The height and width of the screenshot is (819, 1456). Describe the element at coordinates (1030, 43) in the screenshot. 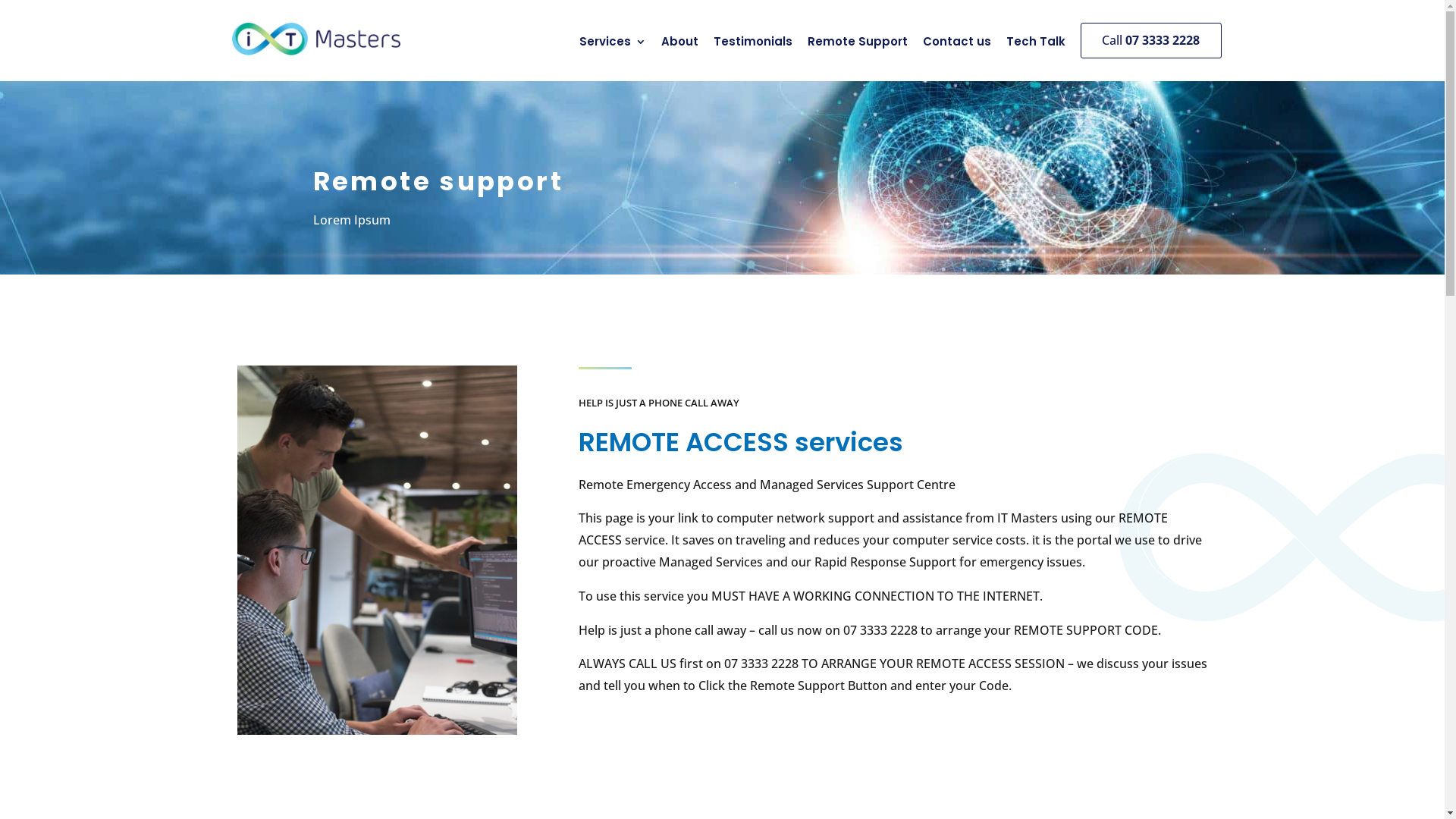

I see `'Tech Talk'` at that location.